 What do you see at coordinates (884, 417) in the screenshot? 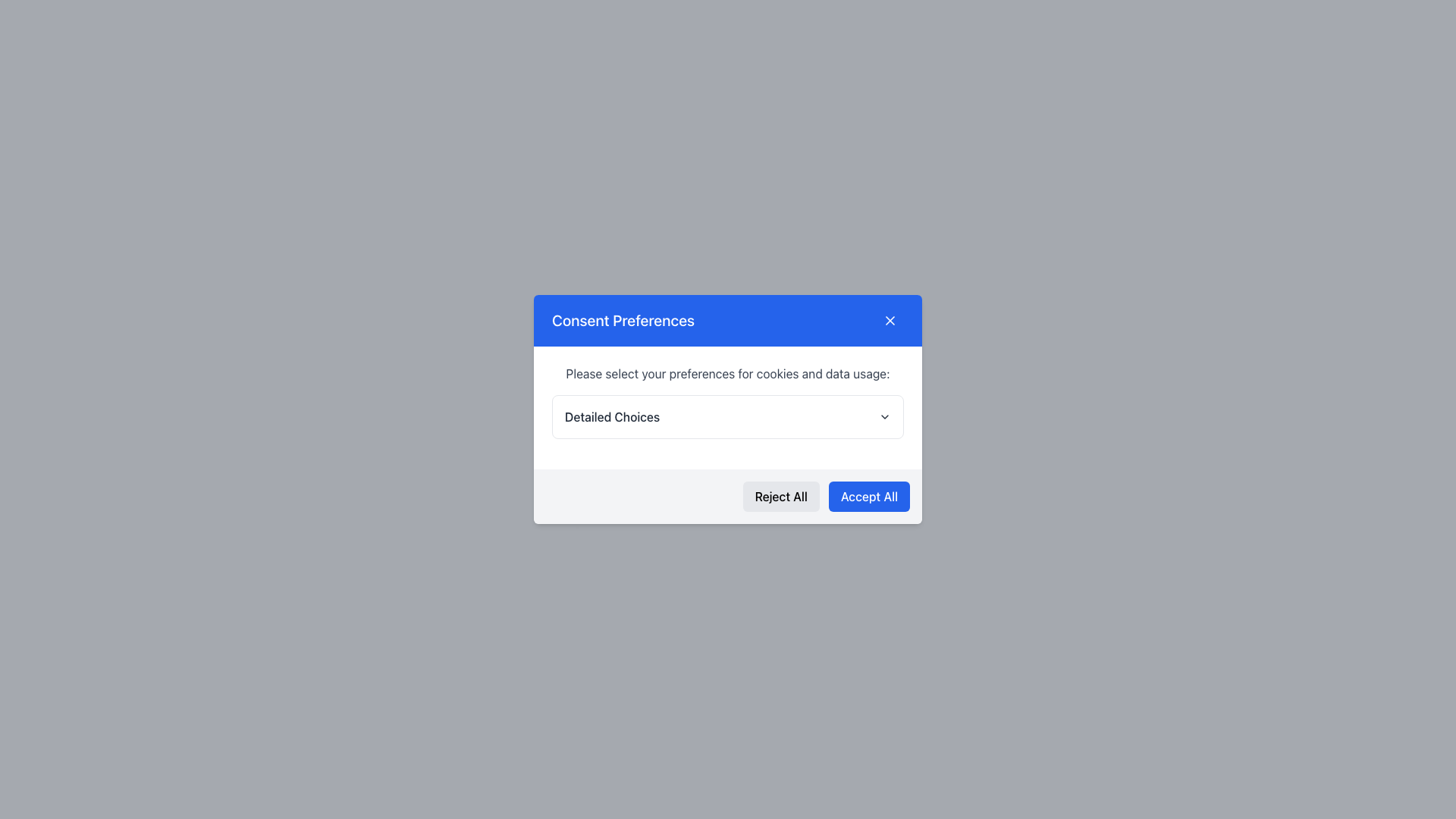
I see `the downward-pointing chevron icon located to the right of 'Detailed Choices' in the 'Consent Preferences' dialog box` at bounding box center [884, 417].